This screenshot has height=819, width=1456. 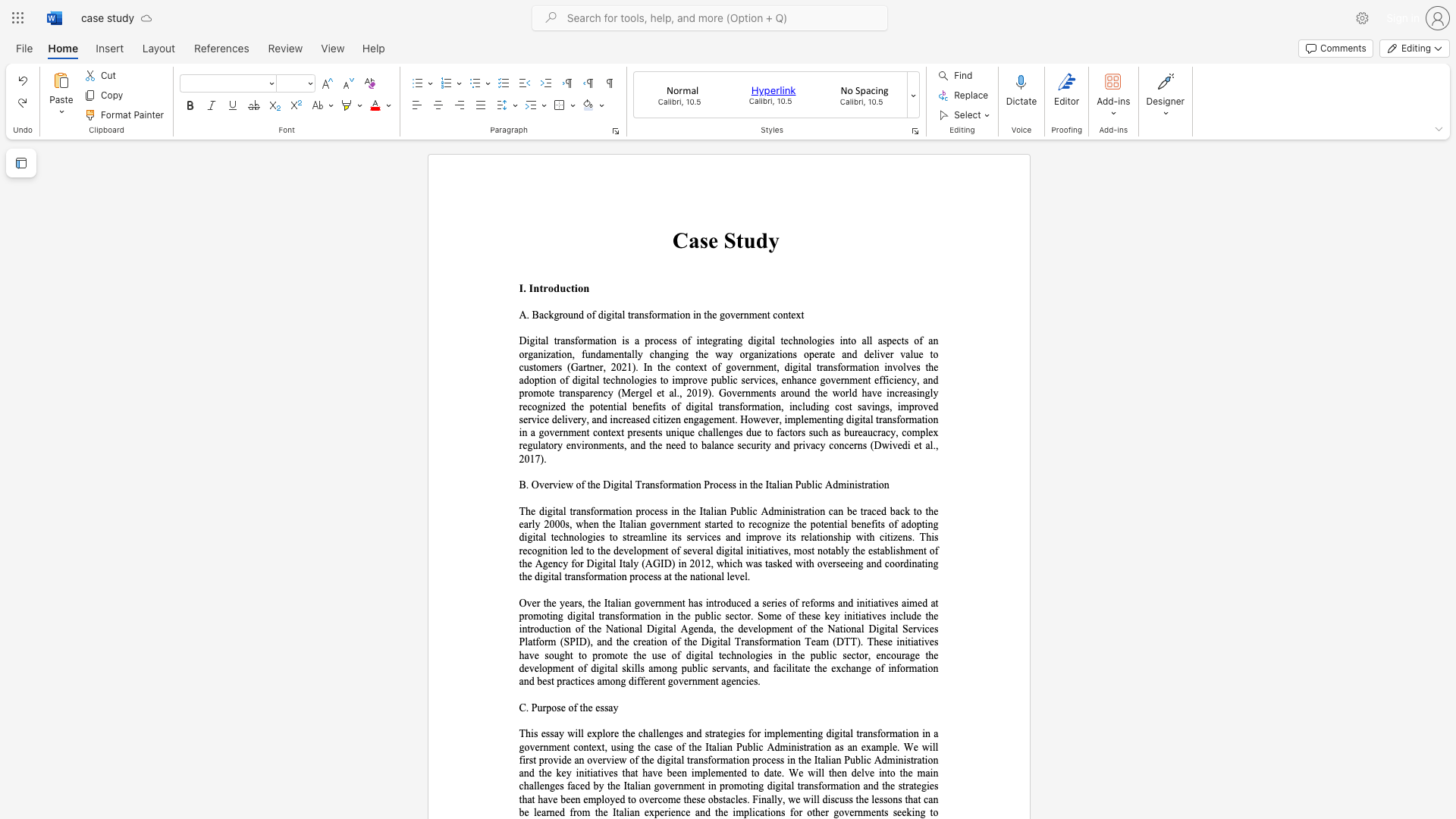 I want to click on the subset text "Public Adm" within the text "B. Overview of the Digital Transformation Process in the Italian Public Administration", so click(x=794, y=485).